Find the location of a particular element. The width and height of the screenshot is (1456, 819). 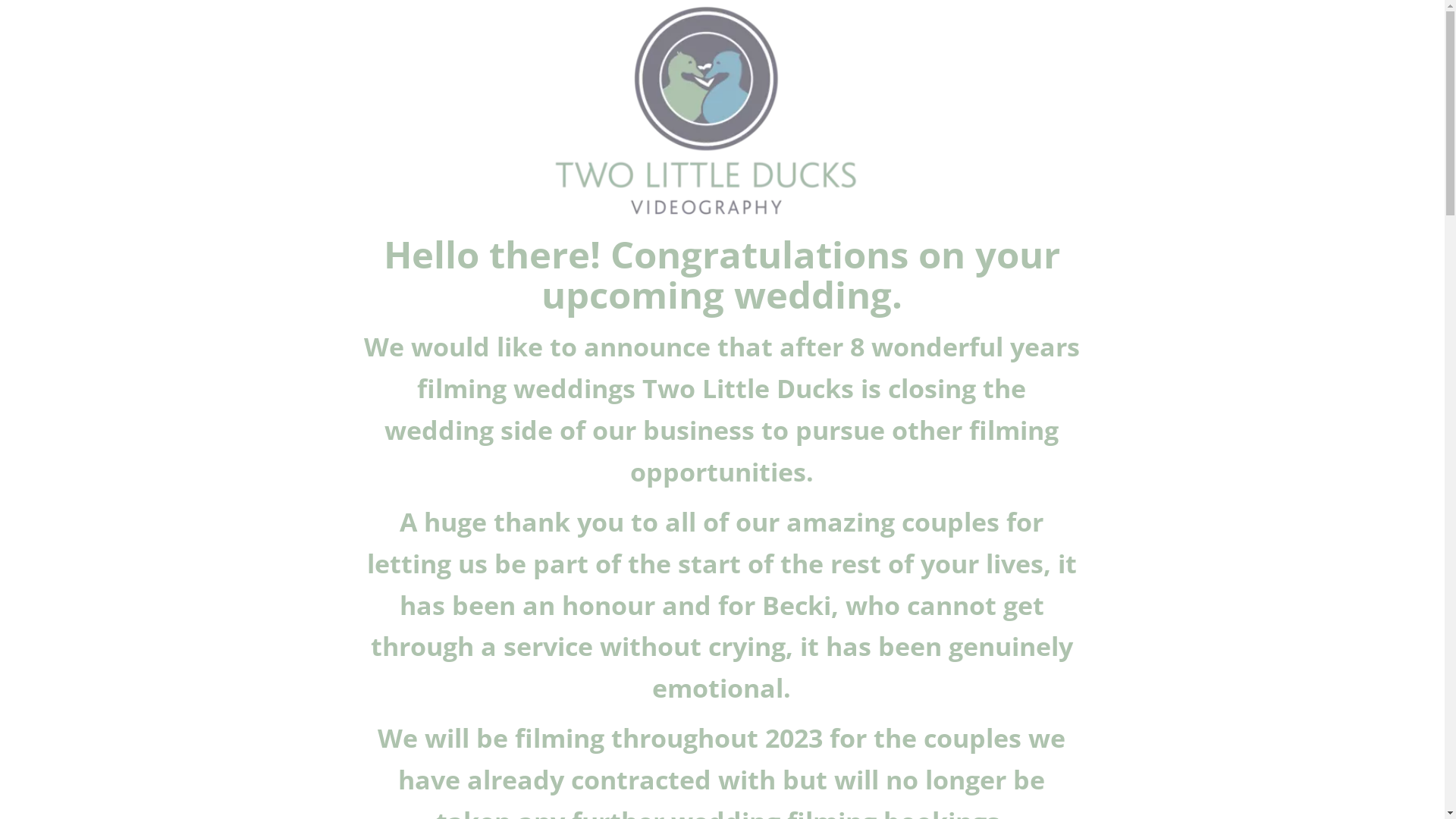

'2 Little Ducks Logo' is located at coordinates (708, 110).